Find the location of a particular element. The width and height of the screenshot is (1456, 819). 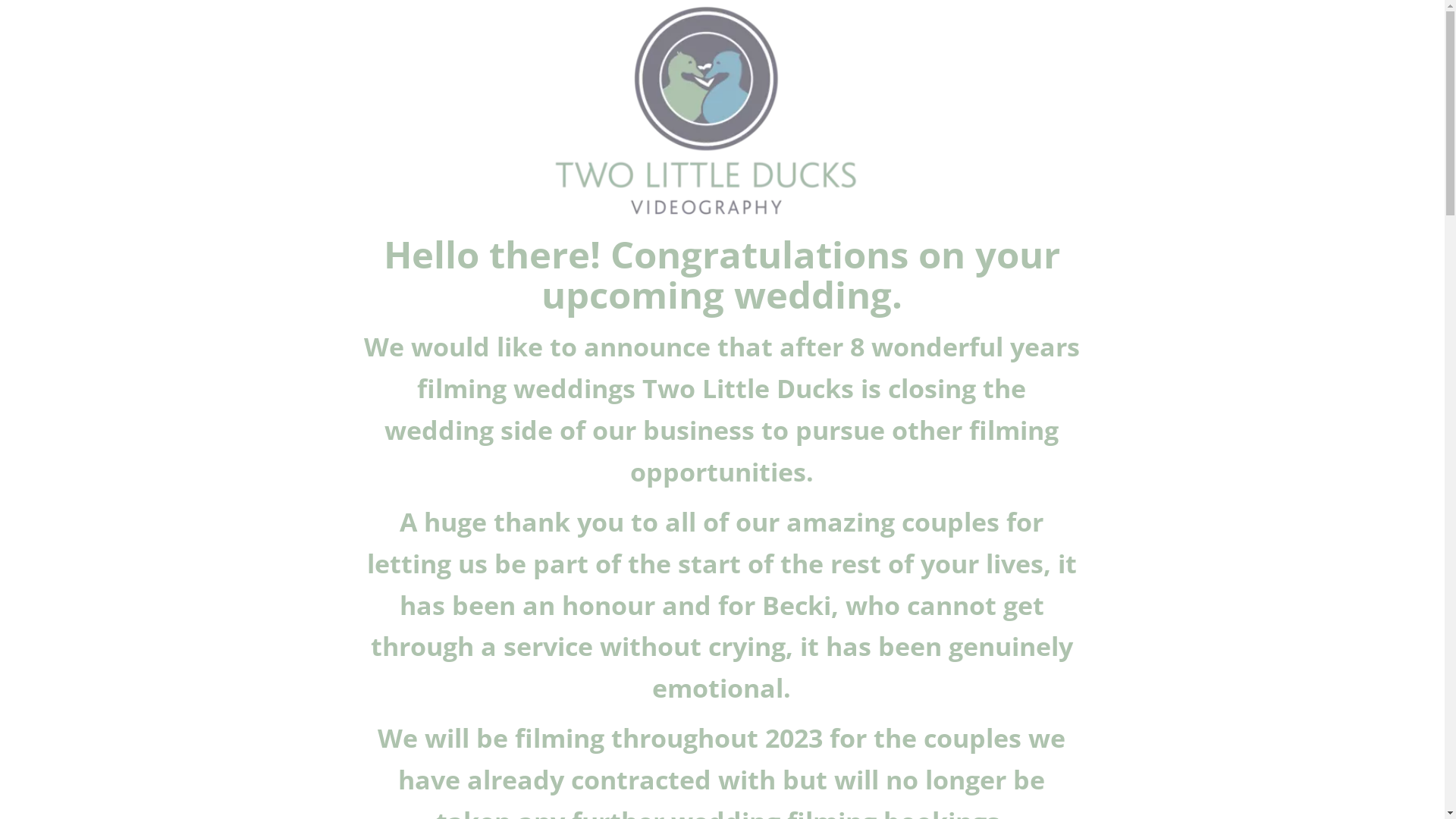

'2 Little Ducks Logo' is located at coordinates (708, 110).